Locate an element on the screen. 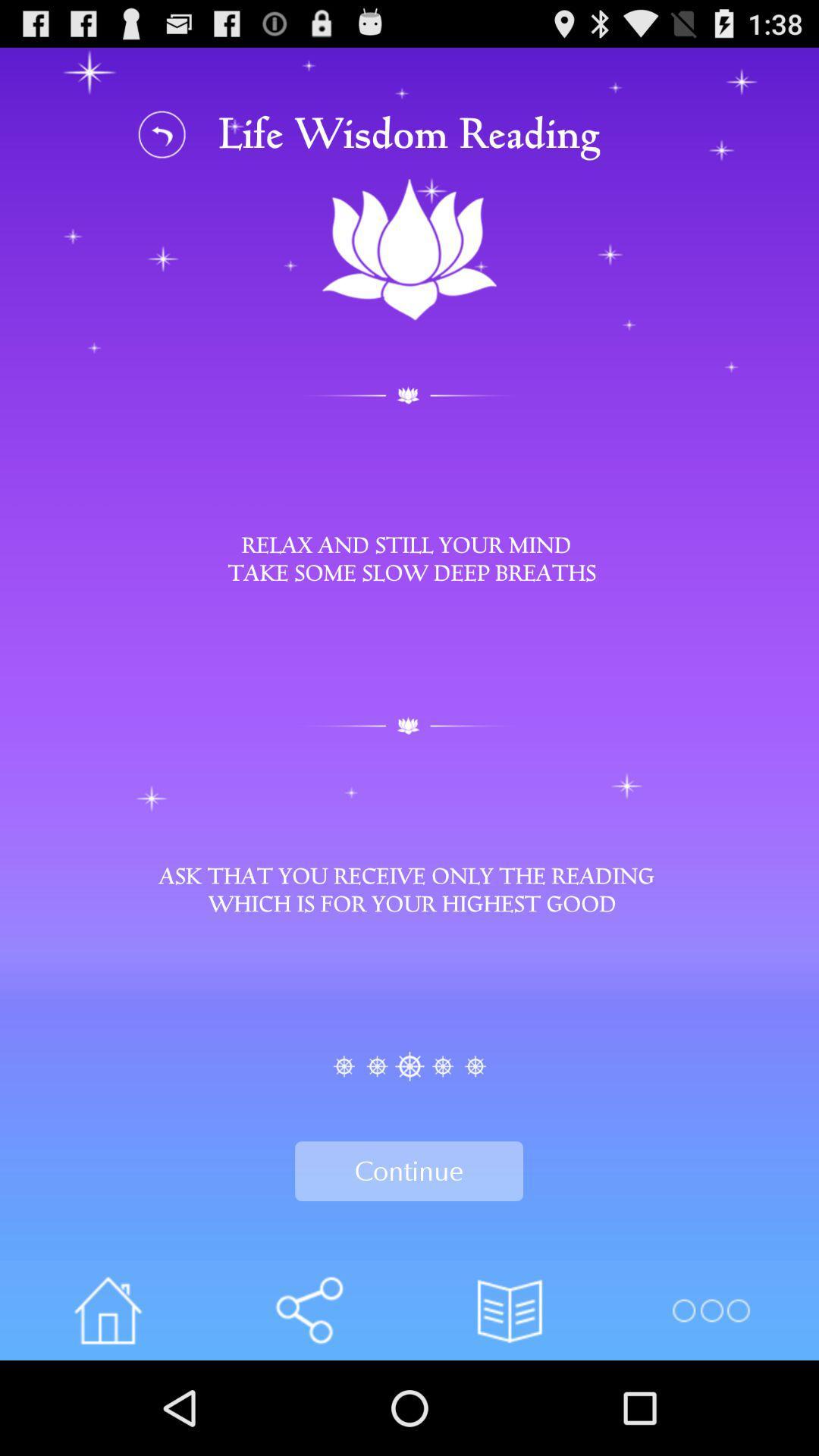 The width and height of the screenshot is (819, 1456). go home is located at coordinates (107, 1310).